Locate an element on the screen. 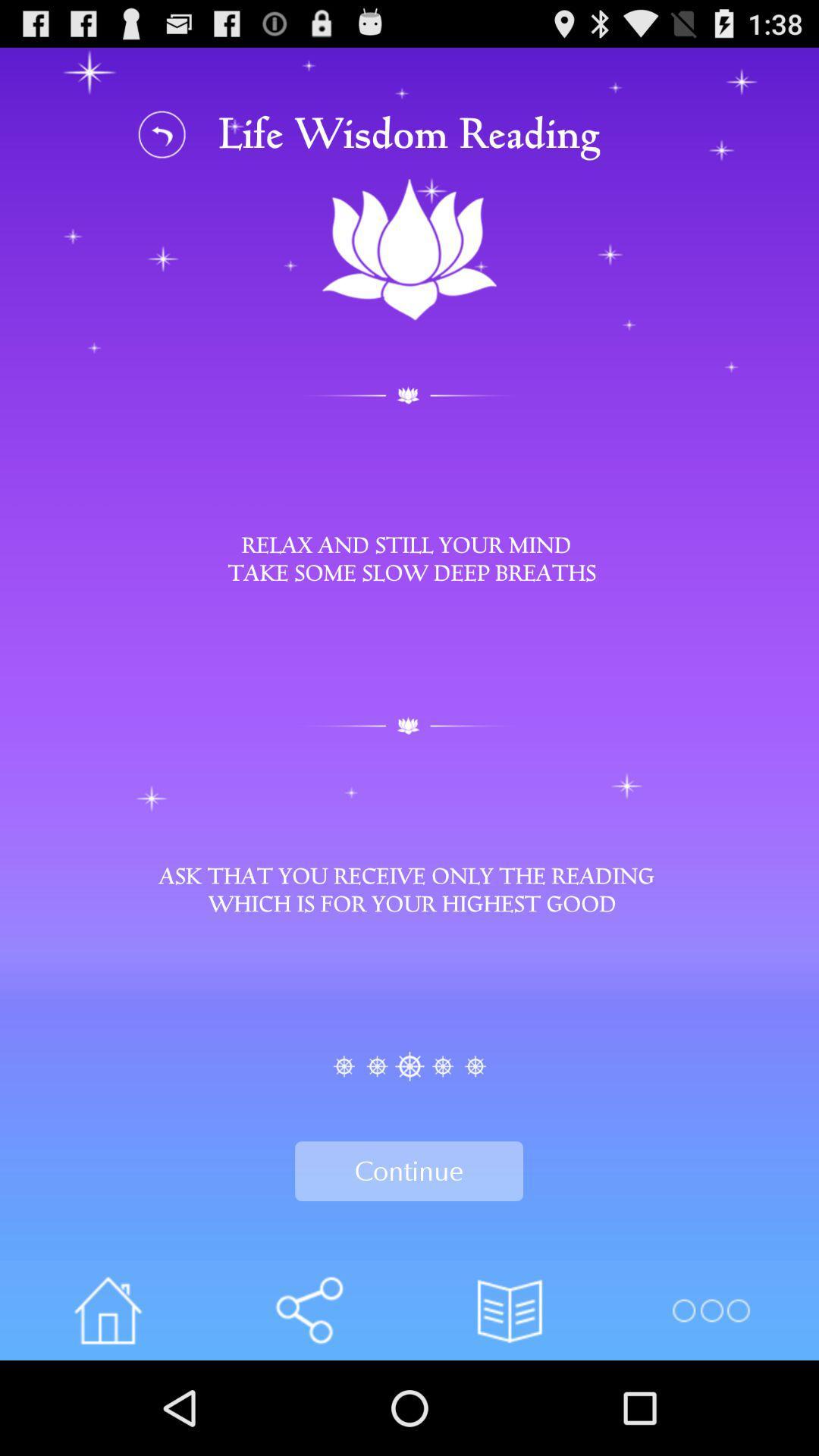 The width and height of the screenshot is (819, 1456). go home is located at coordinates (107, 1310).